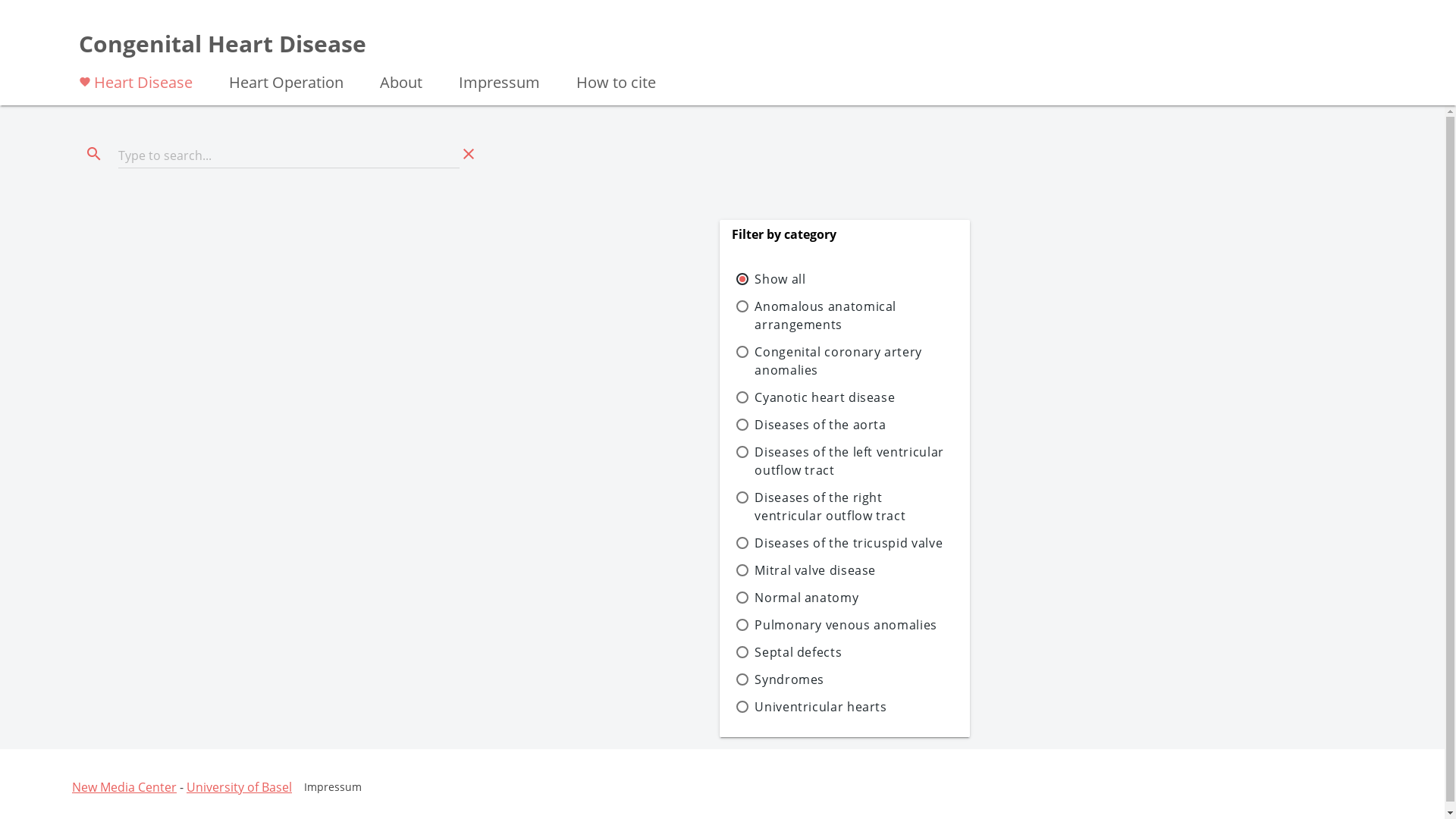 The width and height of the screenshot is (1456, 819). Describe the element at coordinates (124, 786) in the screenshot. I see `'New Media Center'` at that location.